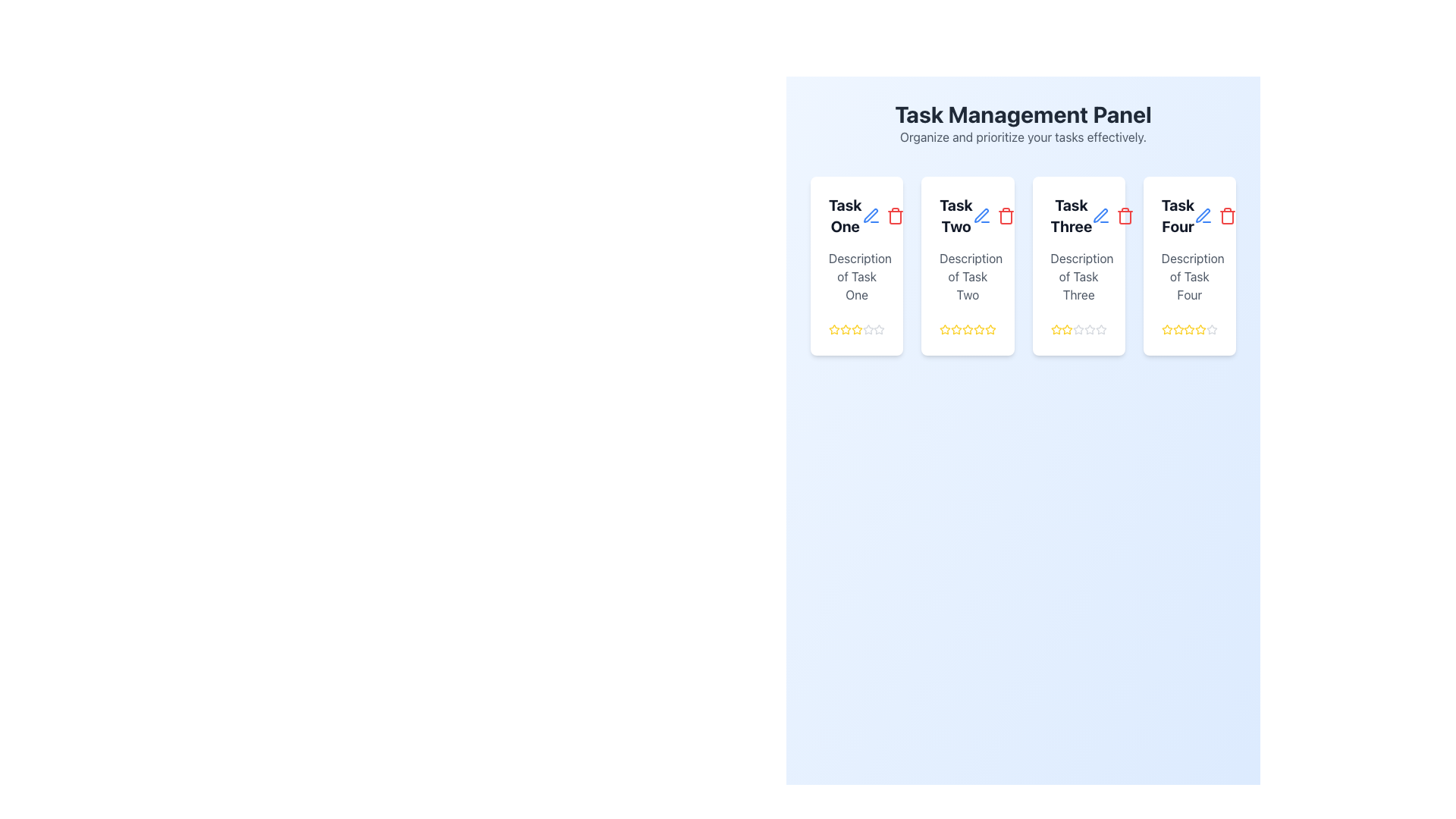  I want to click on the third yellow star-shaped icon in the rating row below the 'Task One' card, so click(857, 329).